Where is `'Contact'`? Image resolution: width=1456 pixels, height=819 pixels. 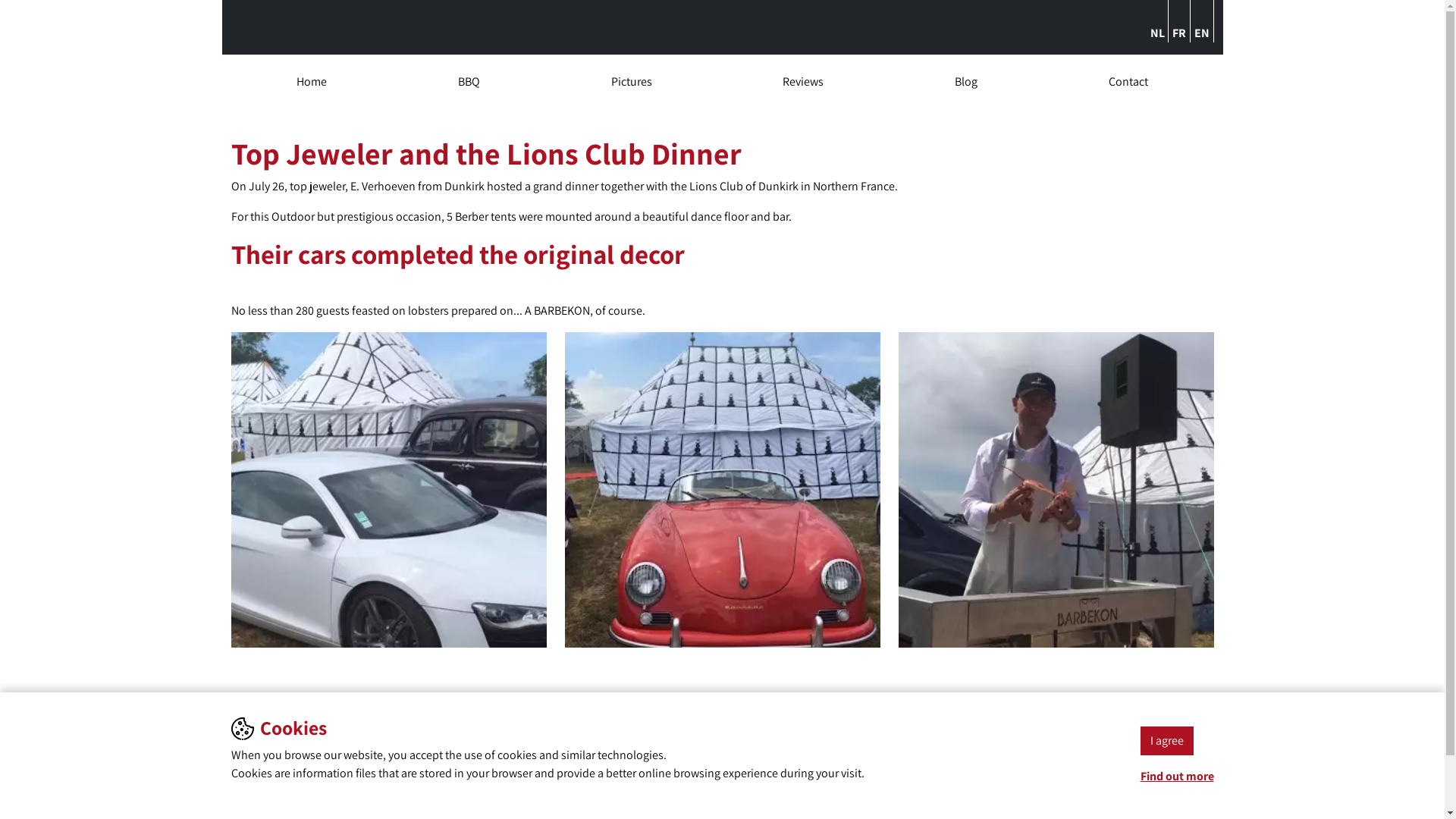 'Contact' is located at coordinates (1128, 81).